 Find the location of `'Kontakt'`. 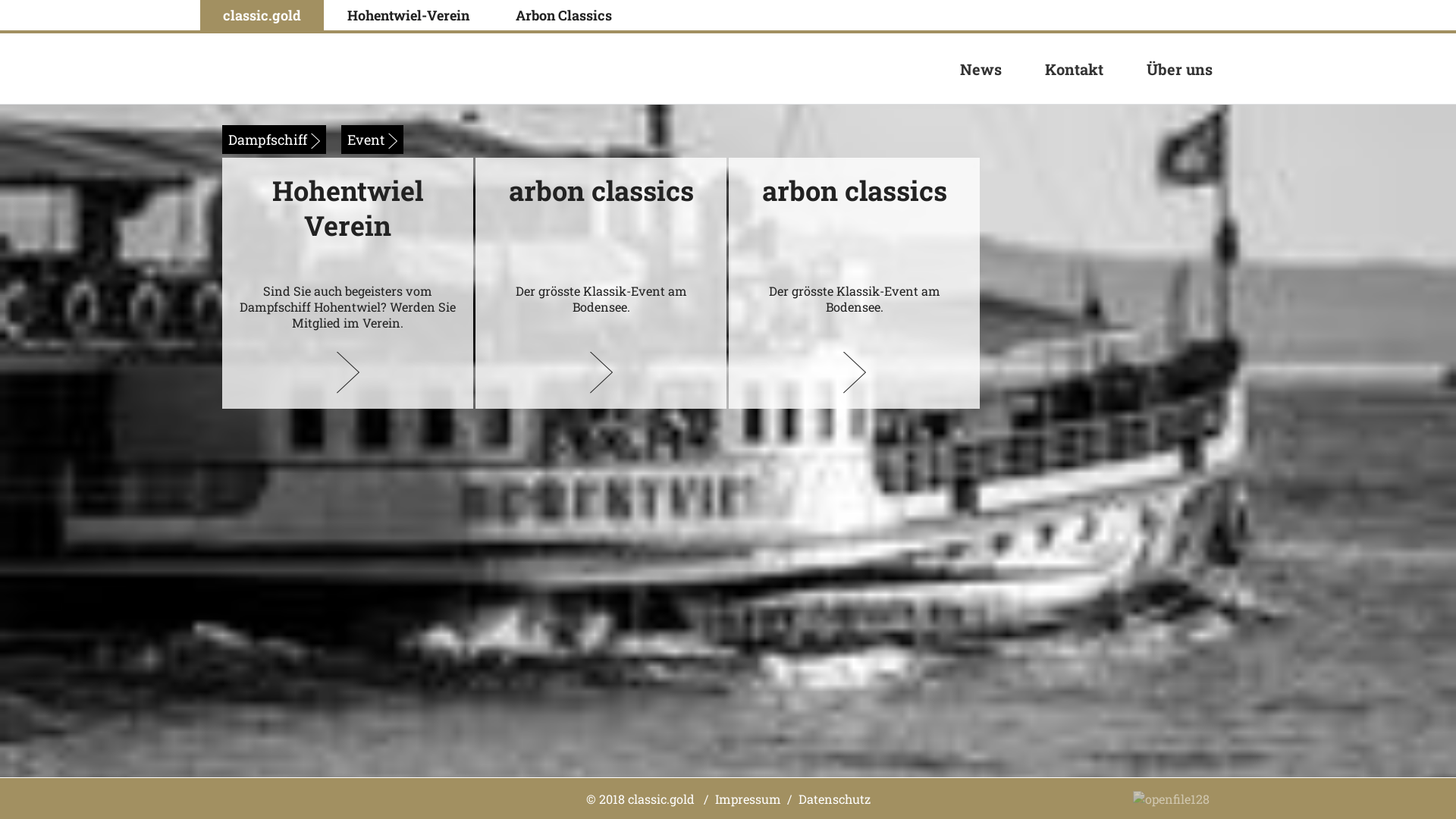

'Kontakt' is located at coordinates (1073, 68).